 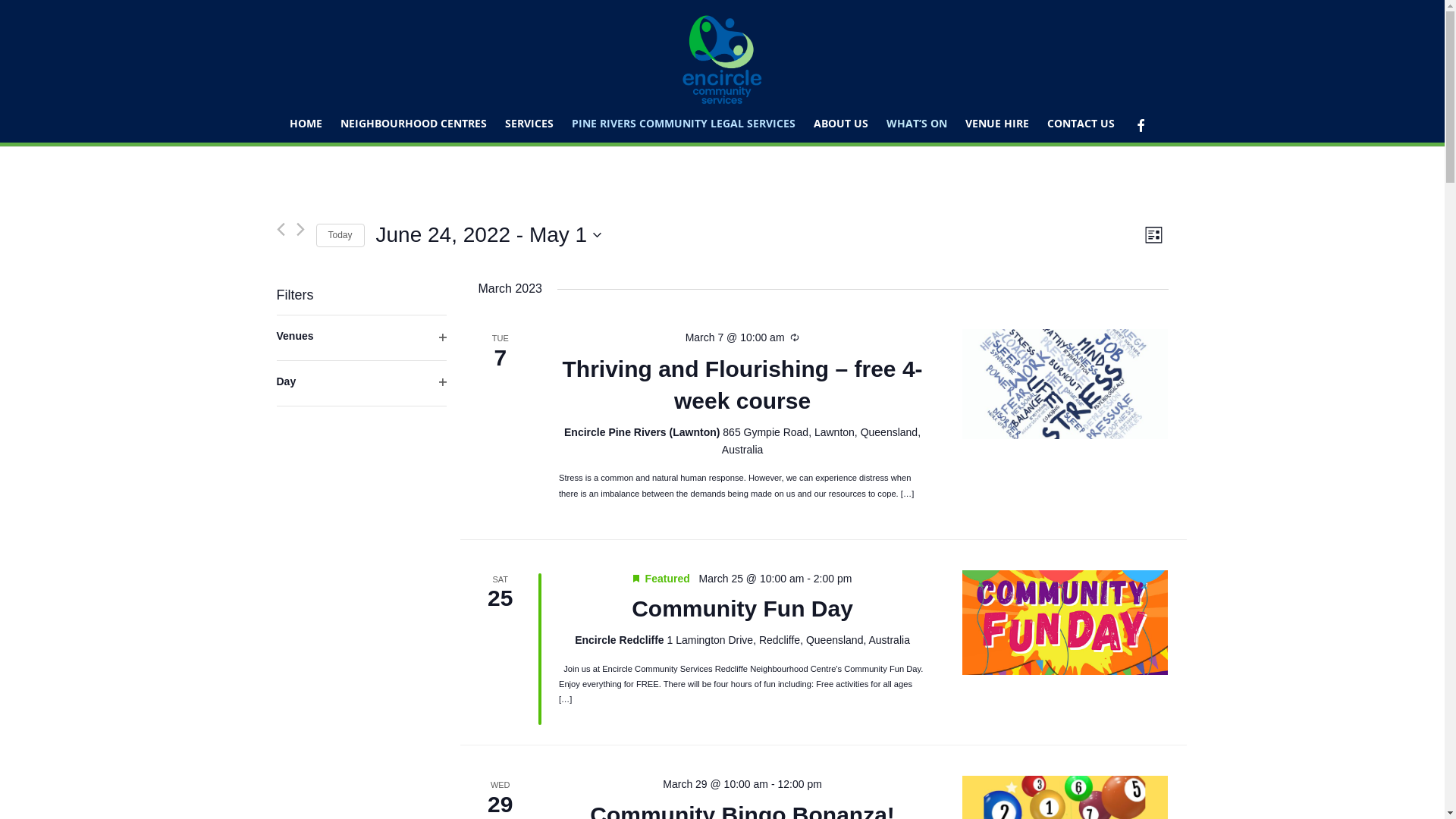 I want to click on 'ABOUT US', so click(x=839, y=122).